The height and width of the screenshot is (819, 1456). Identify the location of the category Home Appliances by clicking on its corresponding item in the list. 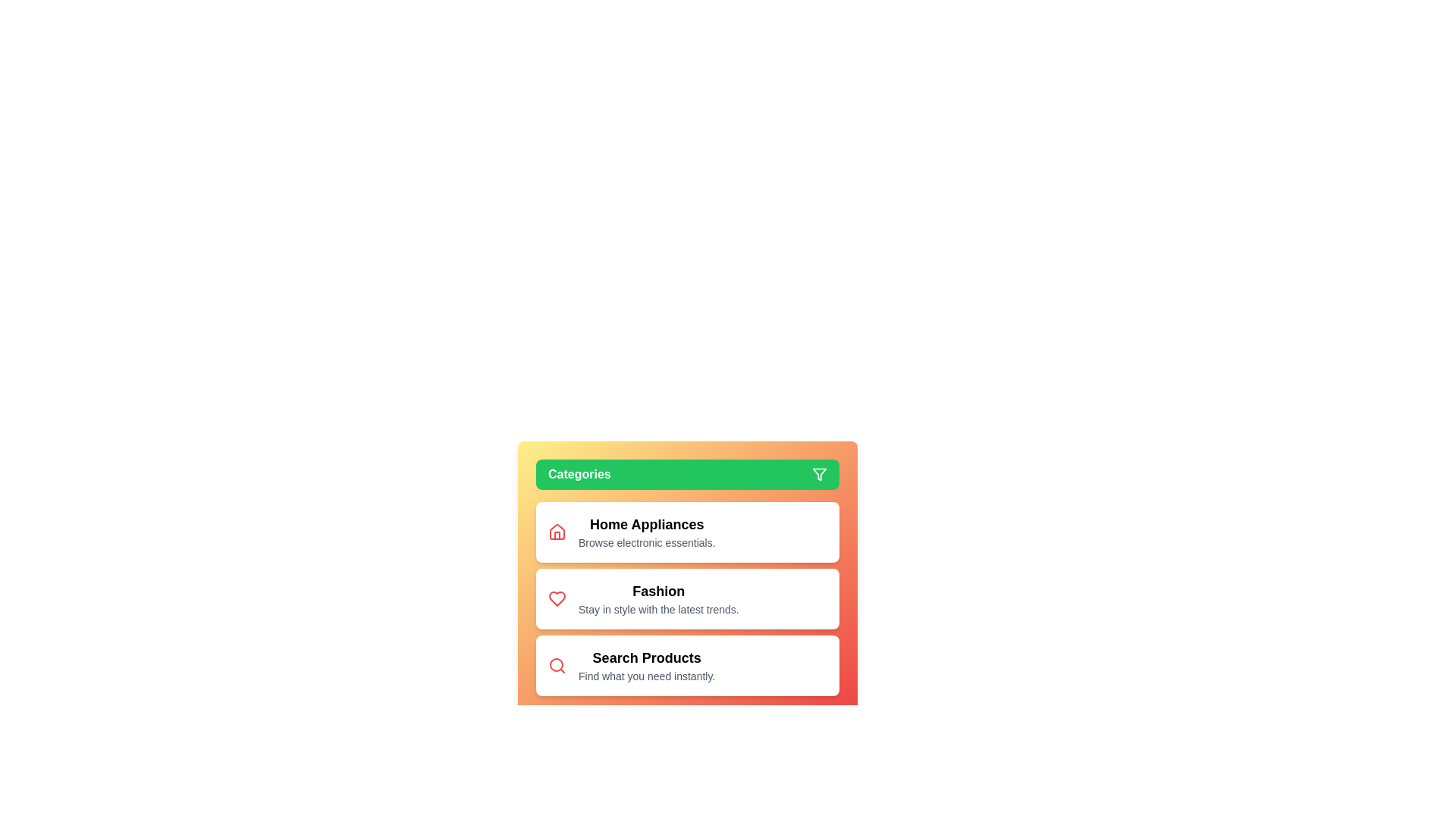
(687, 532).